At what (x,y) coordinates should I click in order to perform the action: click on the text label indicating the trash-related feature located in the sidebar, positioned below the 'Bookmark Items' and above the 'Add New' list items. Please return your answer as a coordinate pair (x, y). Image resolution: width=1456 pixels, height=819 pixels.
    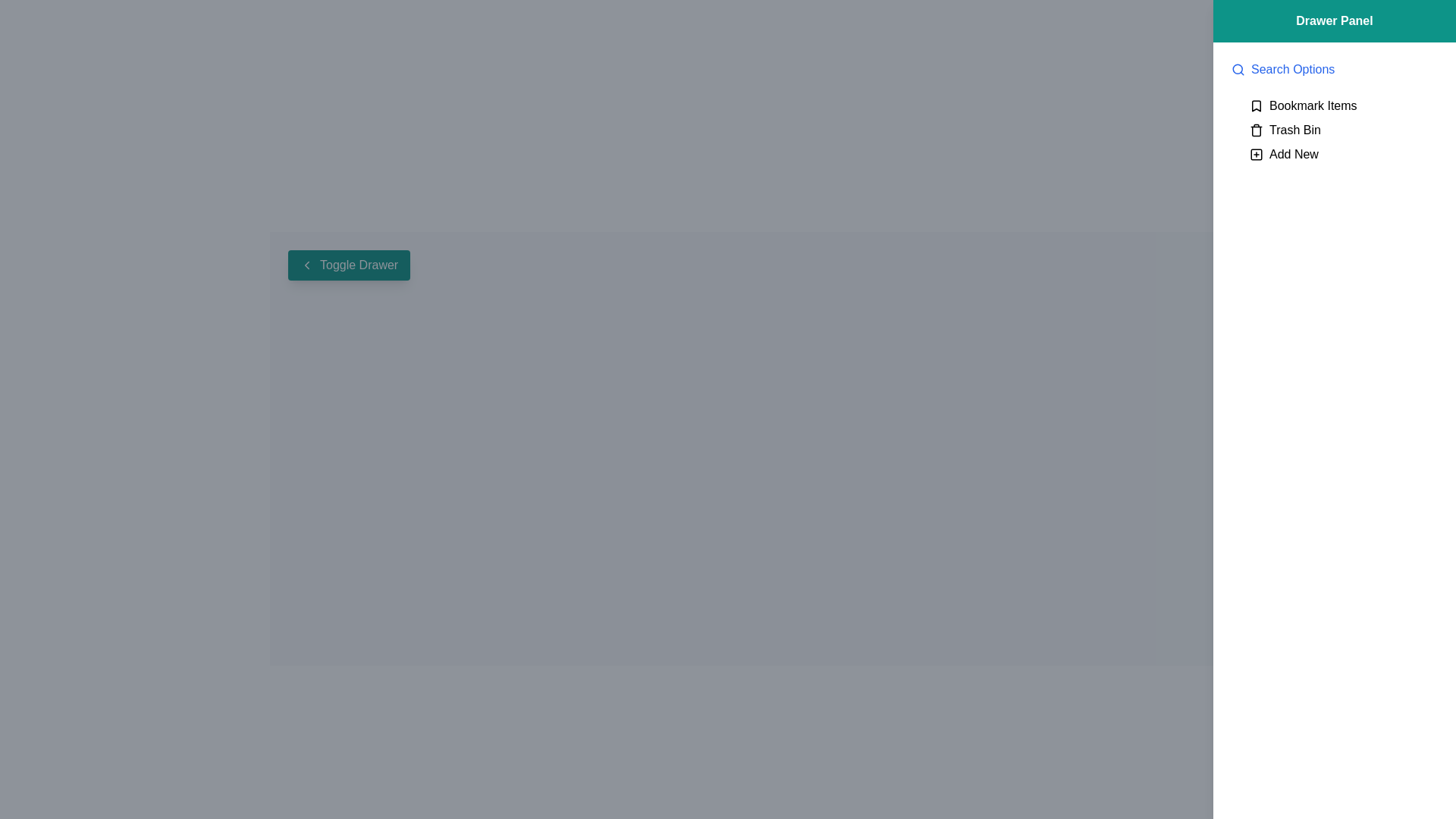
    Looking at the image, I should click on (1294, 130).